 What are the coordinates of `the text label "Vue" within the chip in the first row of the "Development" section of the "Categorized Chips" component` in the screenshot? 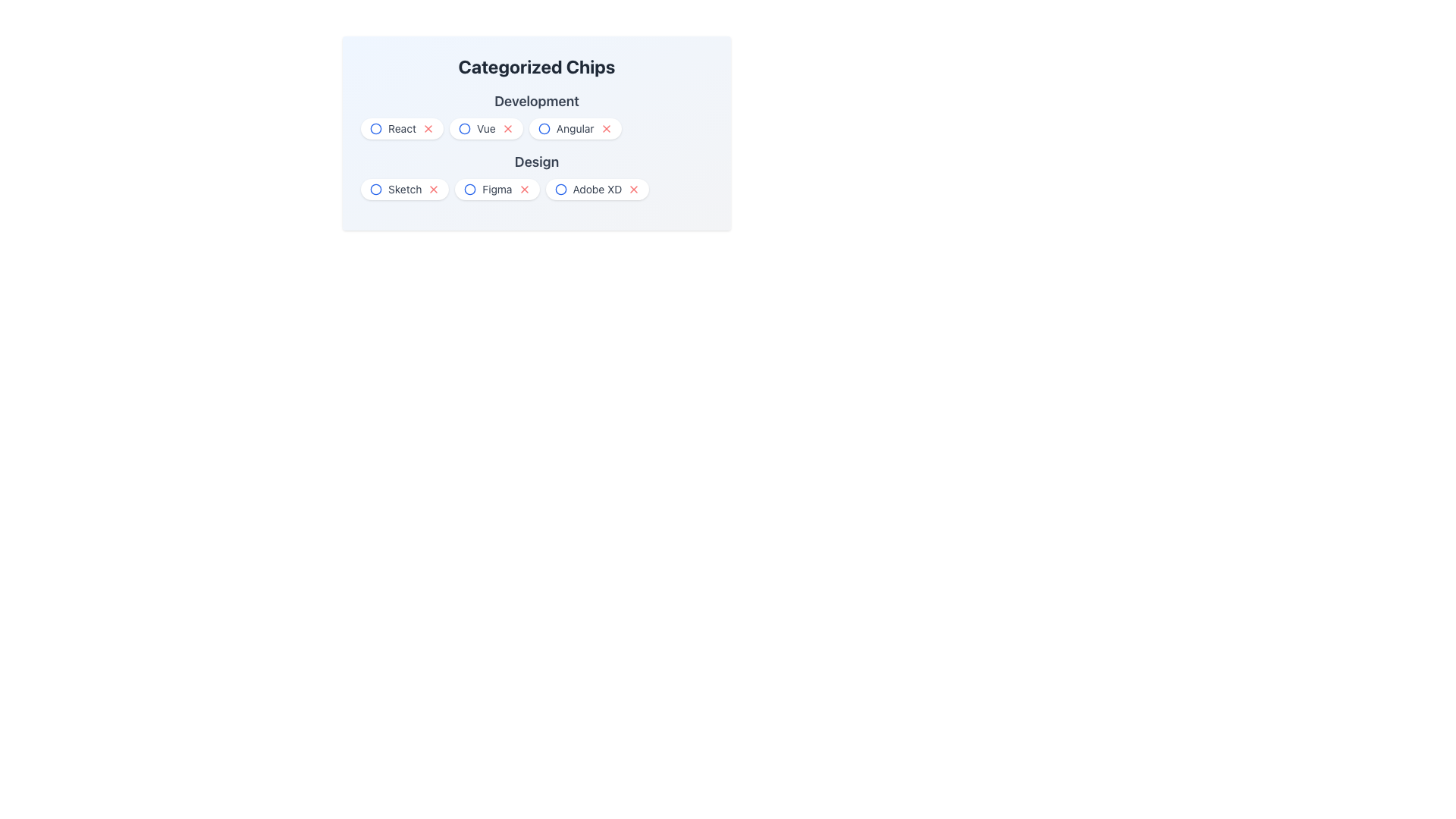 It's located at (486, 127).